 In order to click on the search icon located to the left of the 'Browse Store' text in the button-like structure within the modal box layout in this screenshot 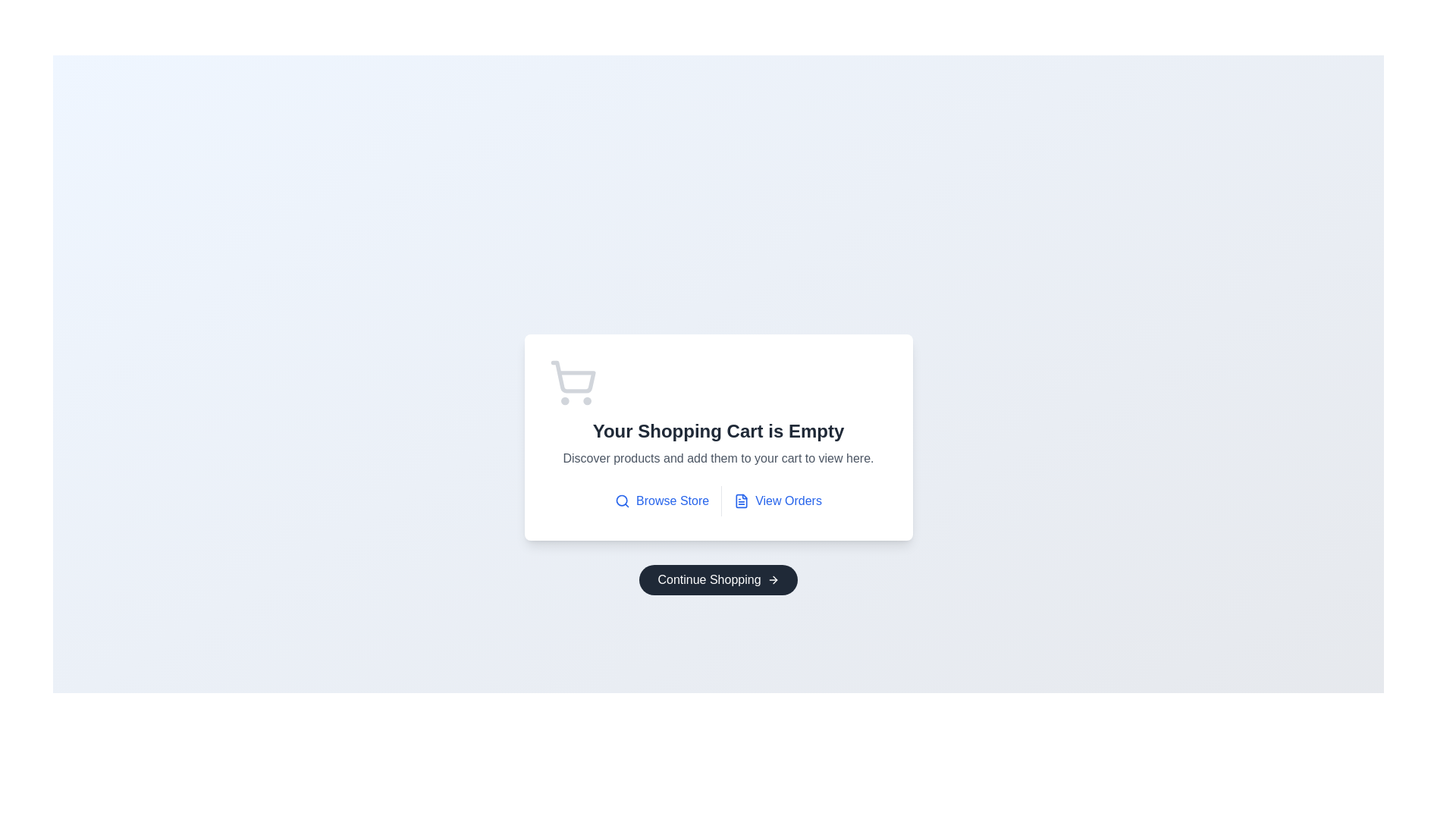, I will do `click(623, 500)`.